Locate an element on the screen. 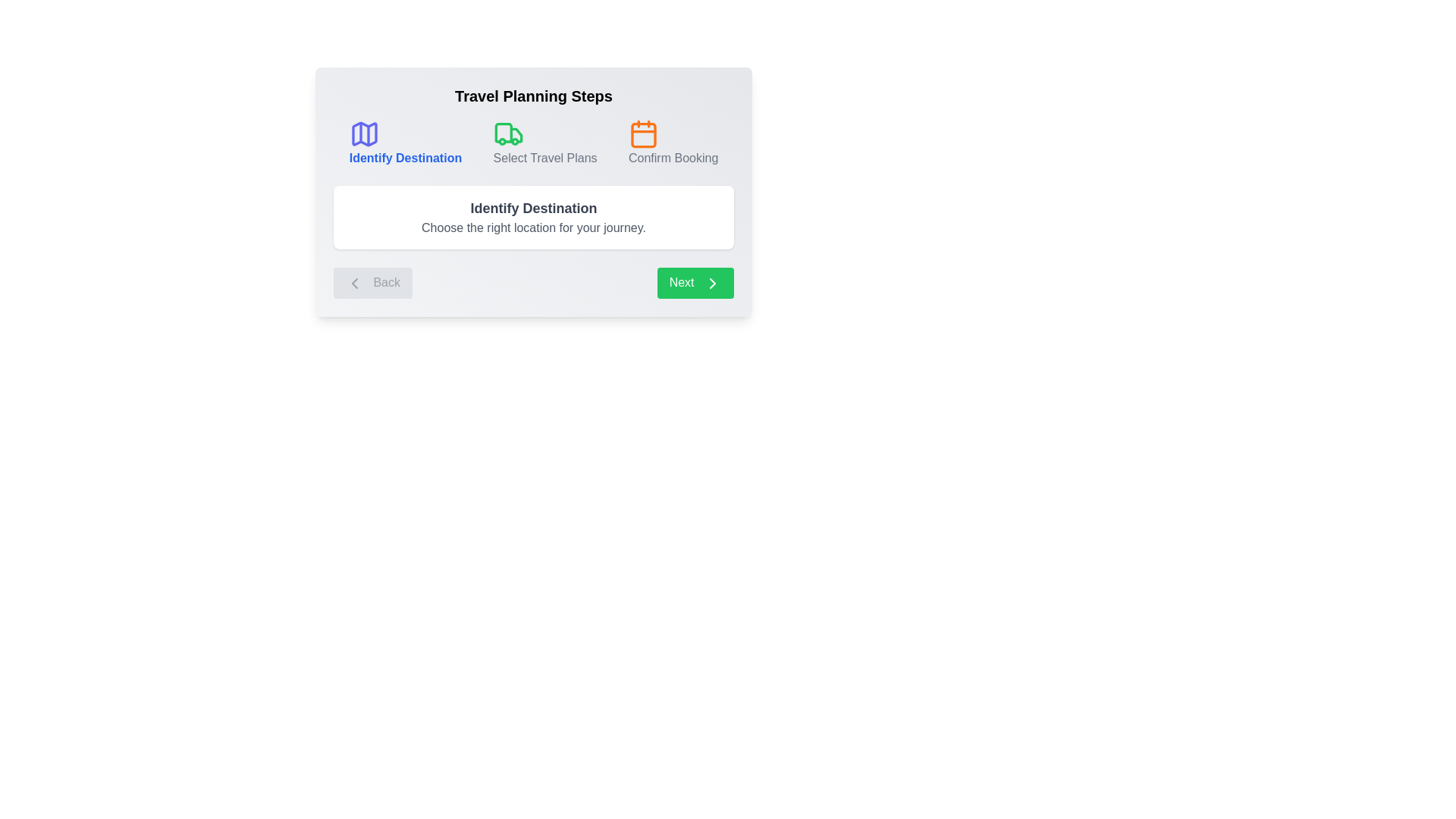 The height and width of the screenshot is (819, 1456). the SVG chevron icon that indicates the 'Back' navigation function within the 'Back' button is located at coordinates (353, 283).